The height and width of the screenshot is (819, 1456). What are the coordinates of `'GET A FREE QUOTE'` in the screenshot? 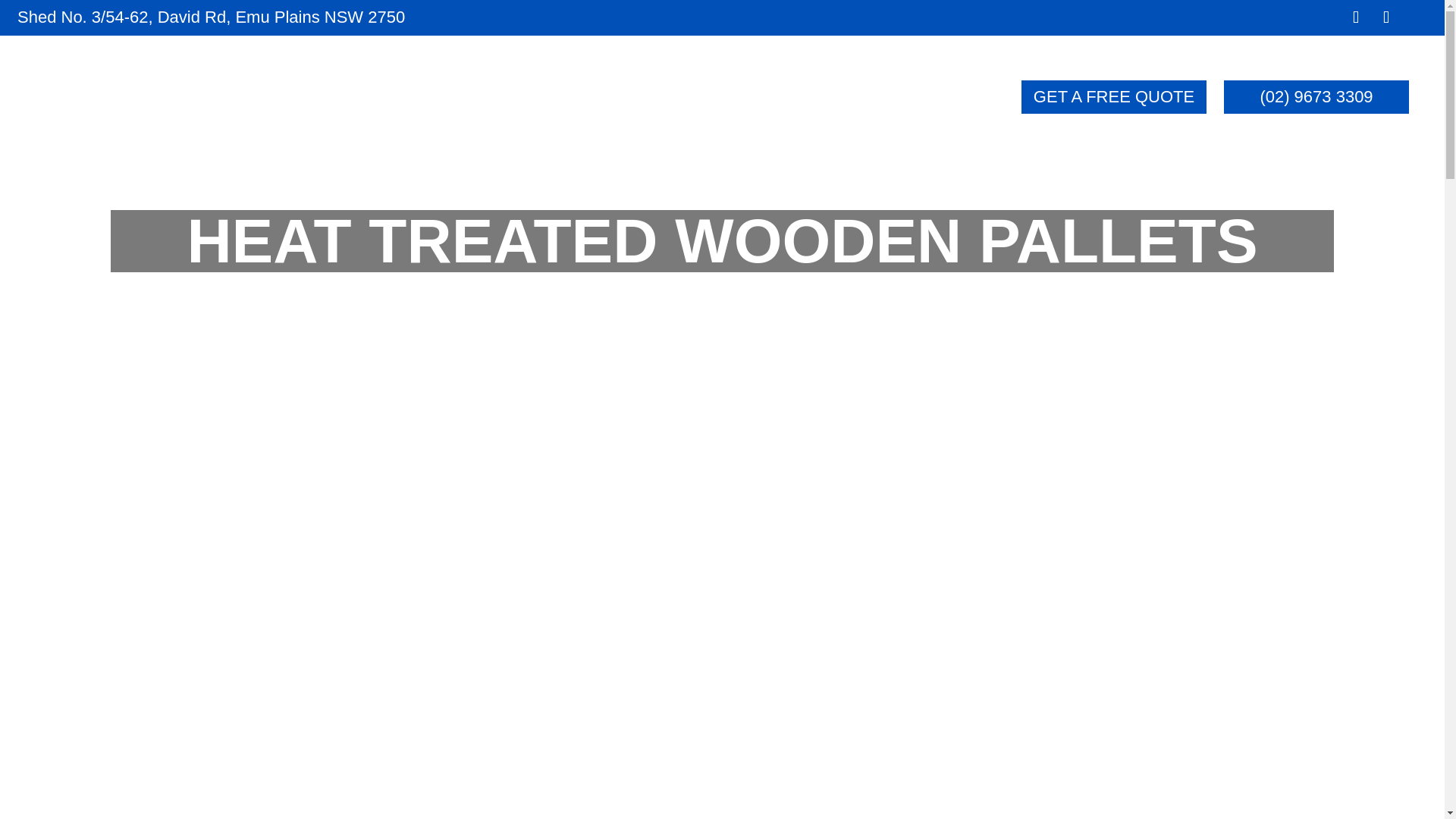 It's located at (1113, 96).